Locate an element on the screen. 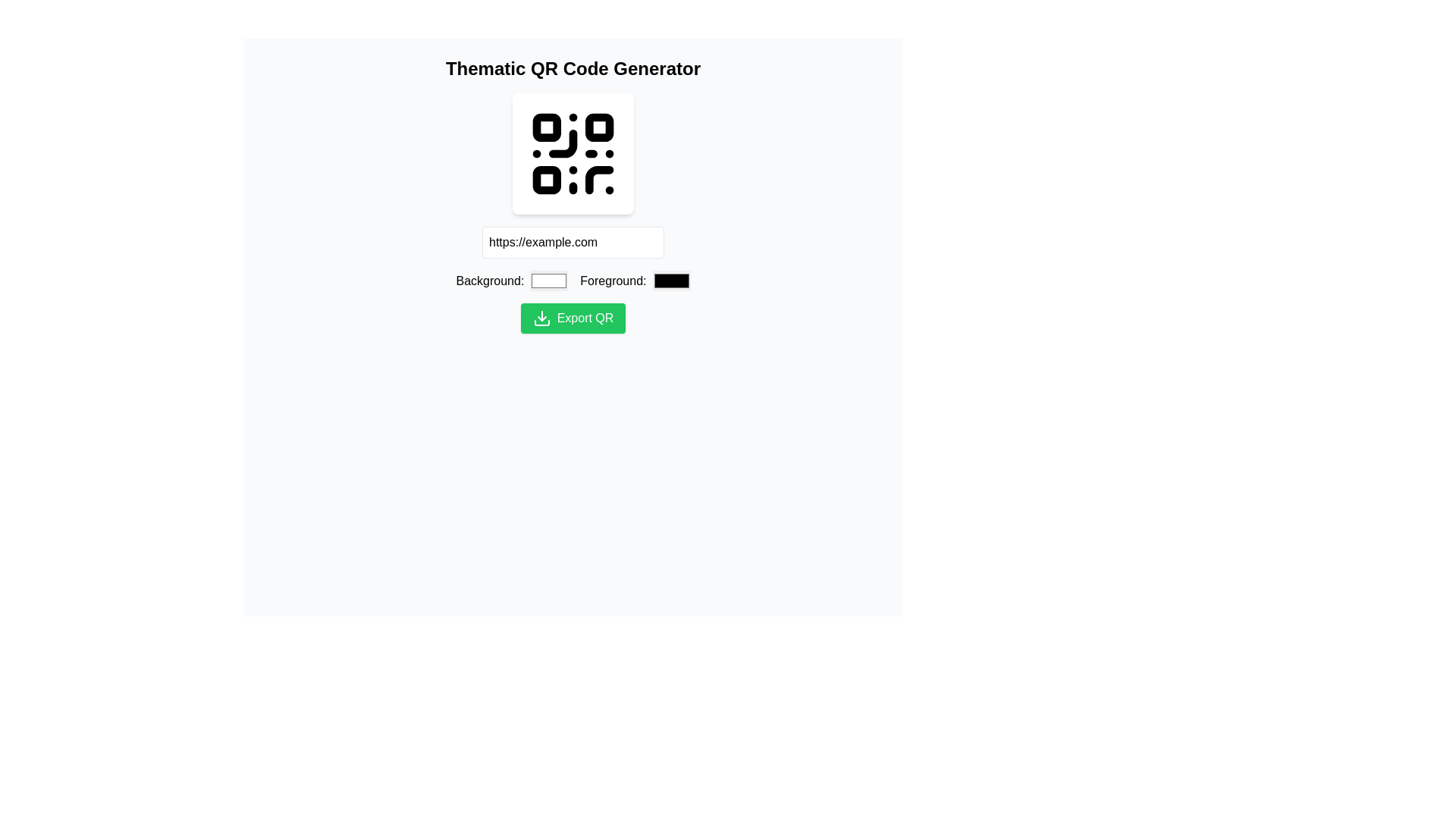 This screenshot has height=819, width=1456. the Graphical Icon Component that serves as a base for the download icon, located to the left of the 'Export QR' button, directly below the arrowhead is located at coordinates (541, 322).